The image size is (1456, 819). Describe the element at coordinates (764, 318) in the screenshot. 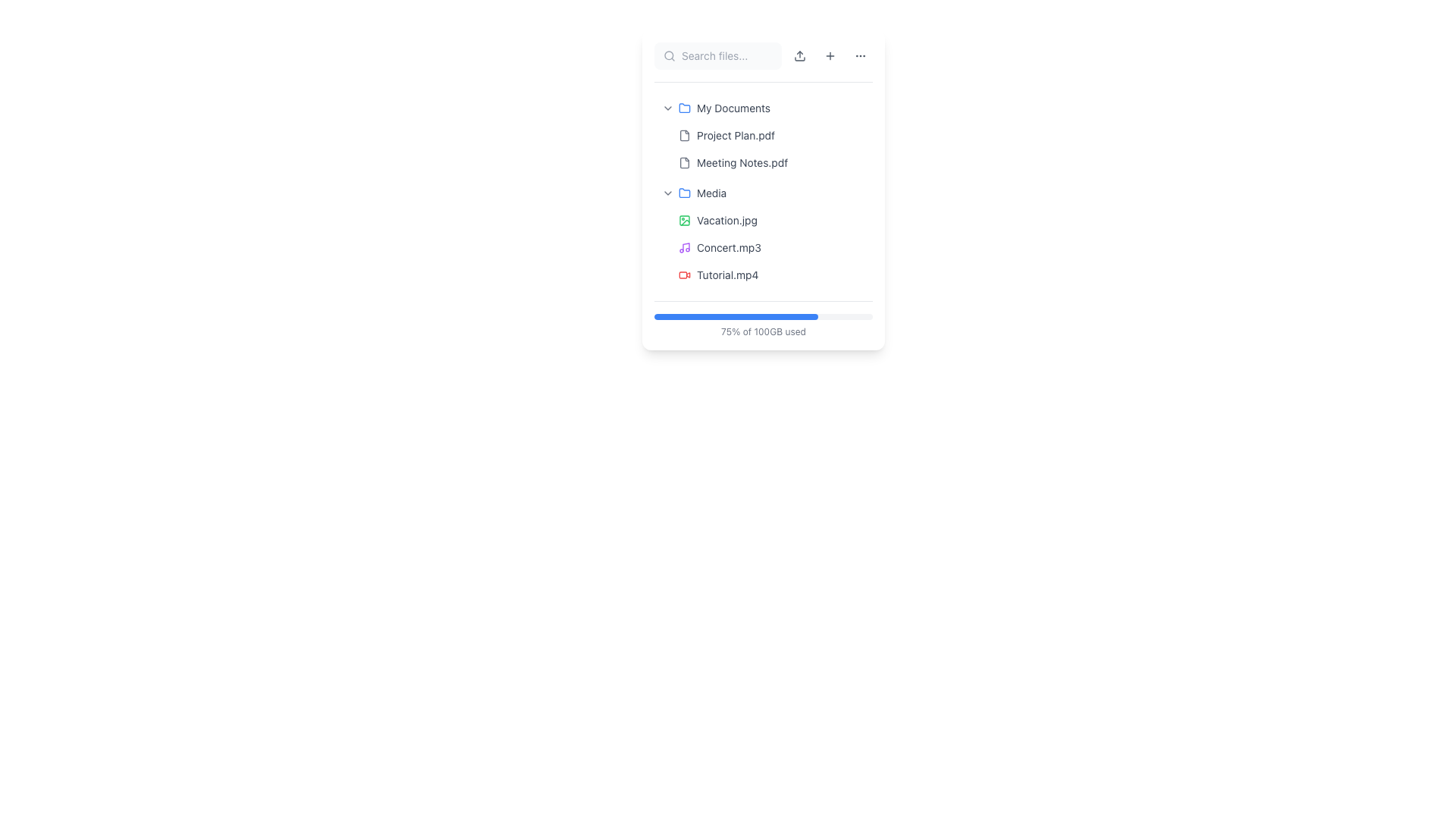

I see `text displayed on the progress bar with annotation, which shows '75% of 100GB used'` at that location.